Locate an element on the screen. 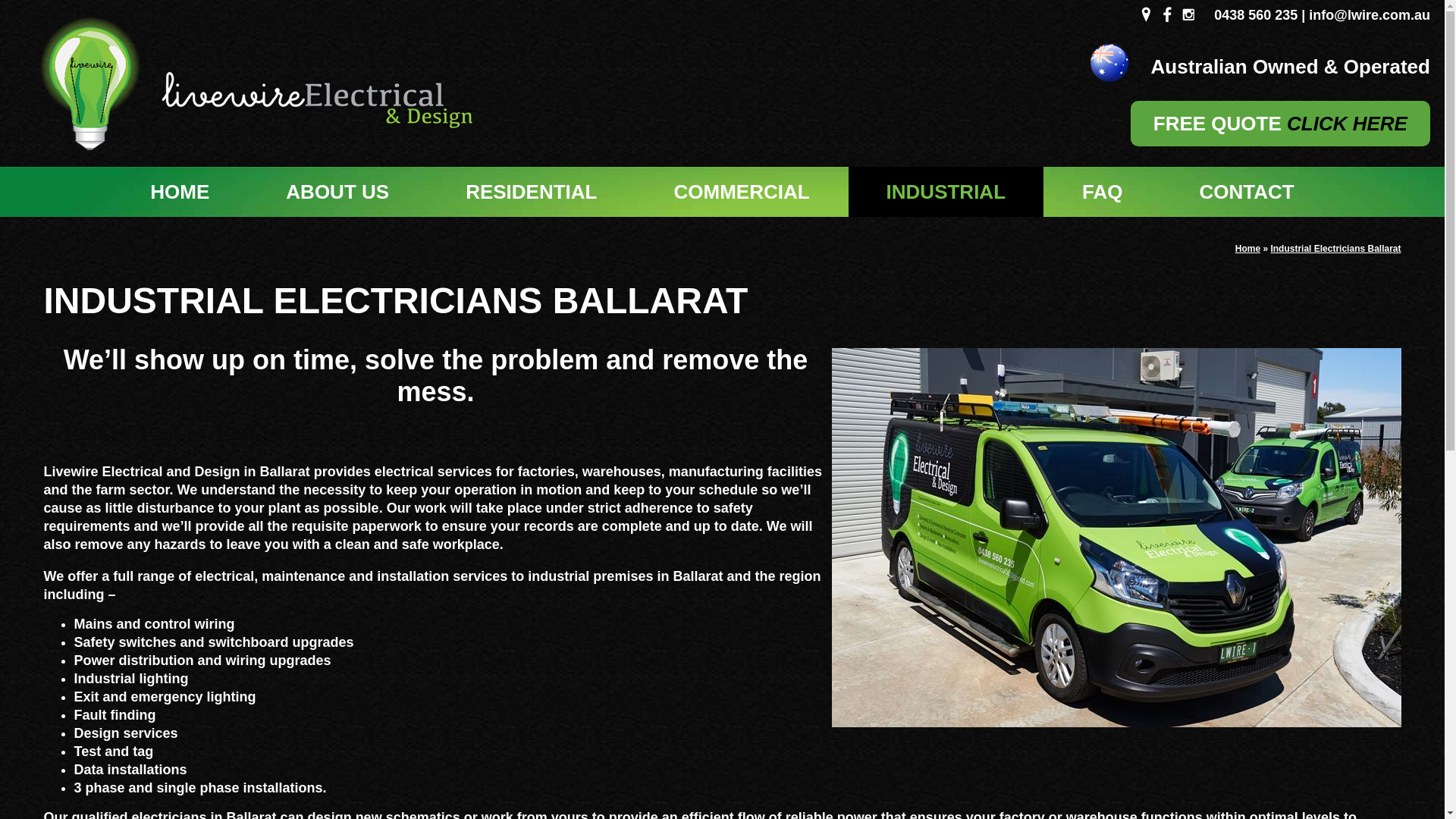  'HOME' is located at coordinates (179, 191).